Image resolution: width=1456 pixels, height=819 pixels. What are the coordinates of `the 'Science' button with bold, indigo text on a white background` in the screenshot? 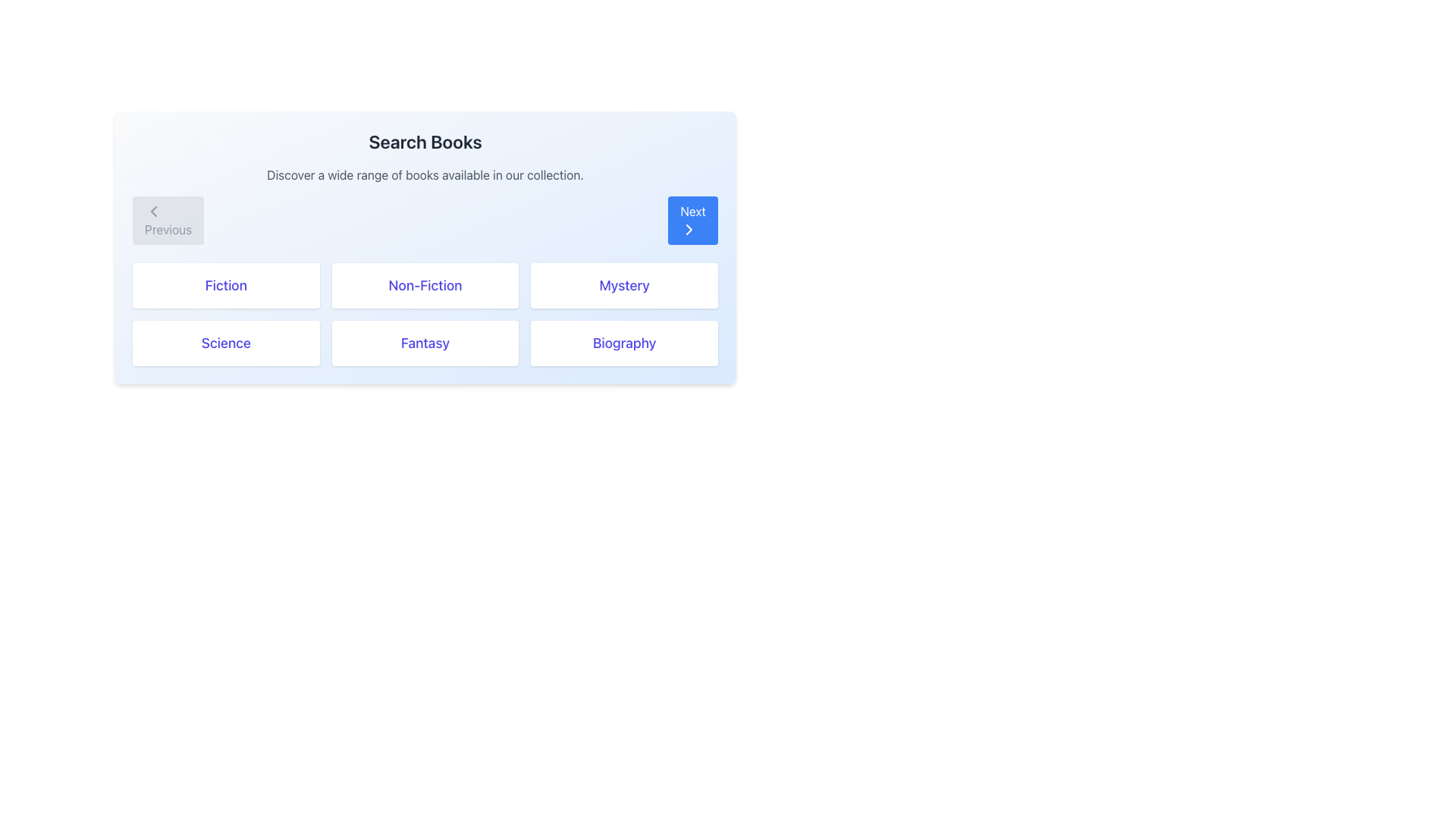 It's located at (224, 343).